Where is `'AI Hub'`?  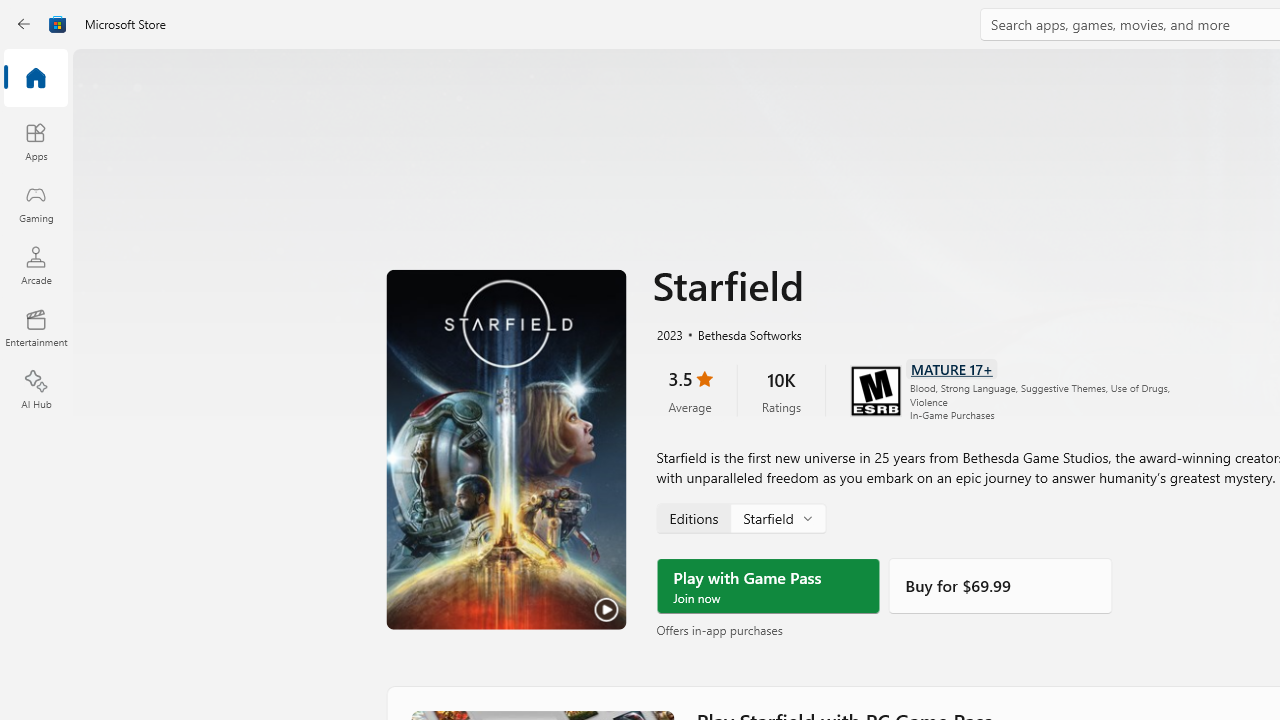
'AI Hub' is located at coordinates (35, 390).